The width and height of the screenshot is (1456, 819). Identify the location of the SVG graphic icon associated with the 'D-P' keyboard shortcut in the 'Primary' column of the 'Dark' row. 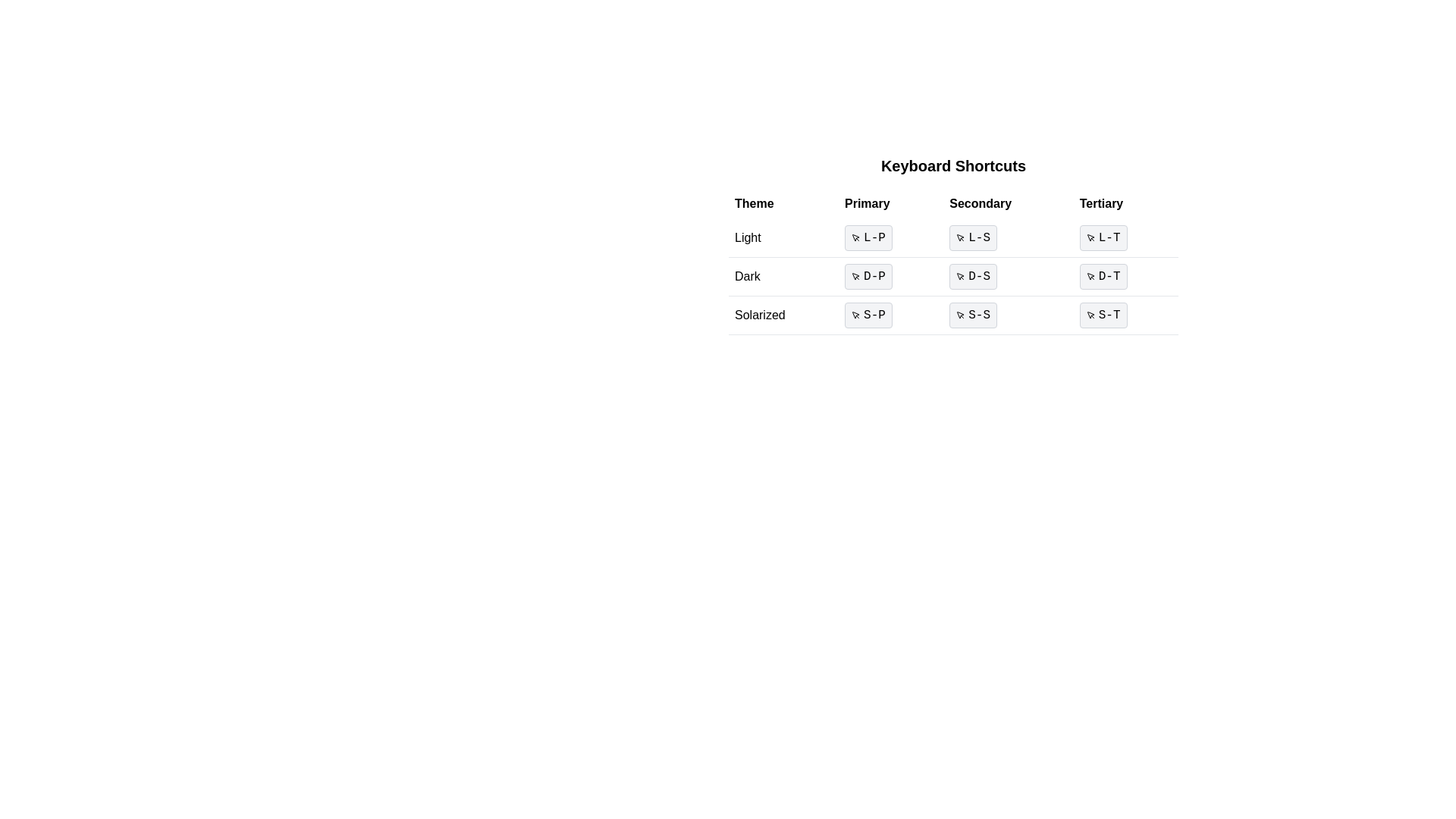
(855, 275).